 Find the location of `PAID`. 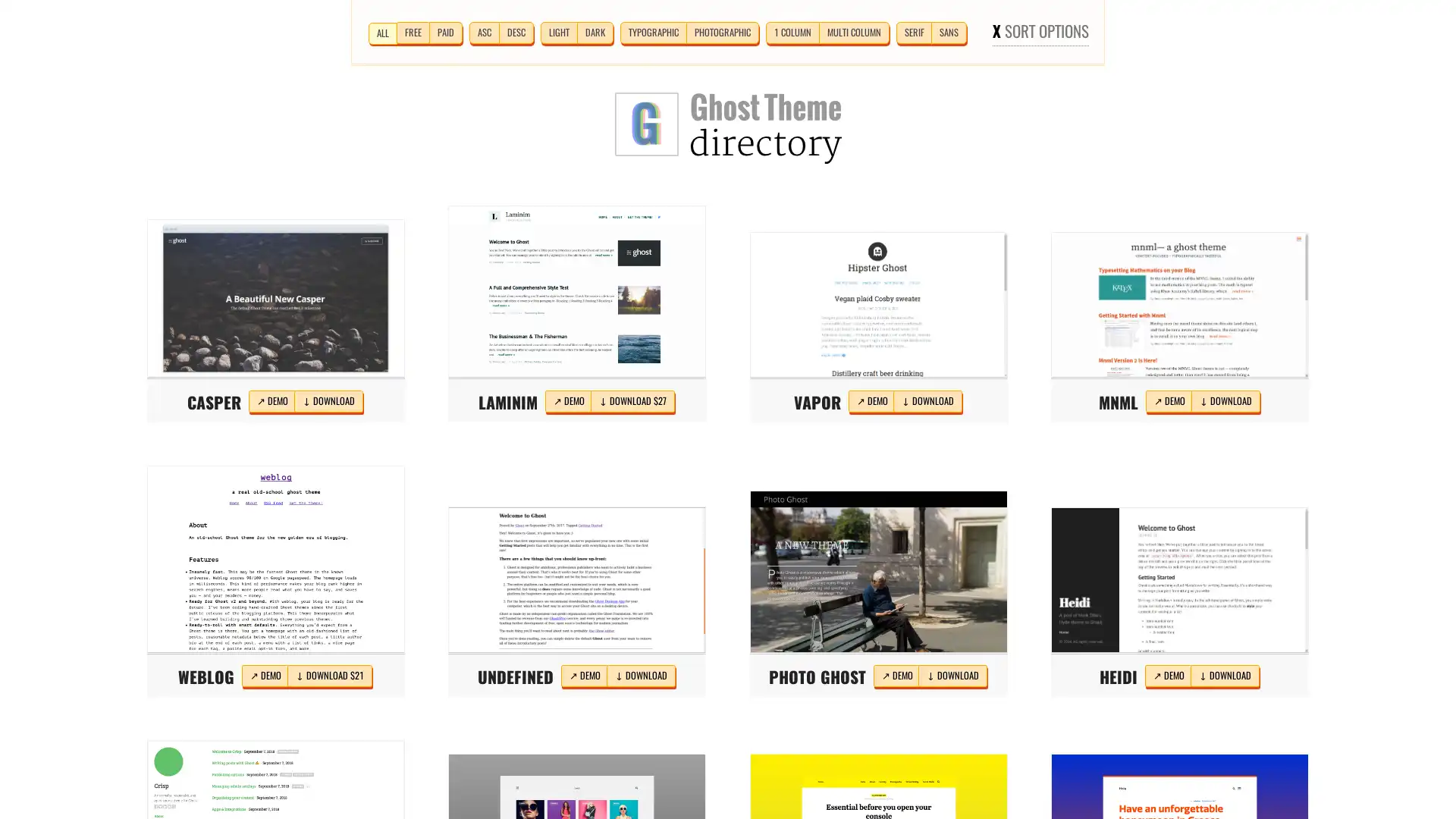

PAID is located at coordinates (444, 32).